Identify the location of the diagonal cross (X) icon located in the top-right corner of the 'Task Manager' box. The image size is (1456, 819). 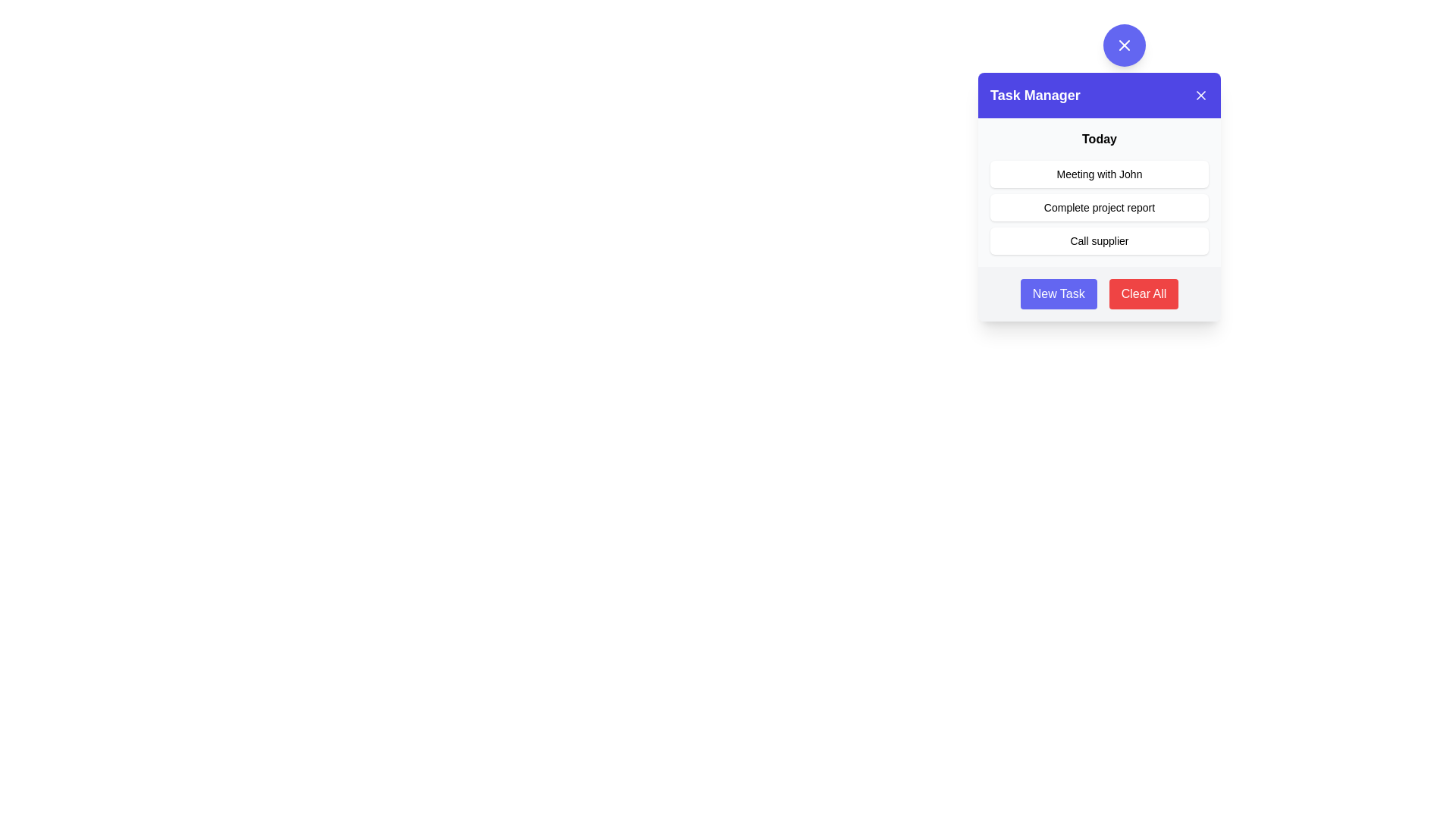
(1124, 45).